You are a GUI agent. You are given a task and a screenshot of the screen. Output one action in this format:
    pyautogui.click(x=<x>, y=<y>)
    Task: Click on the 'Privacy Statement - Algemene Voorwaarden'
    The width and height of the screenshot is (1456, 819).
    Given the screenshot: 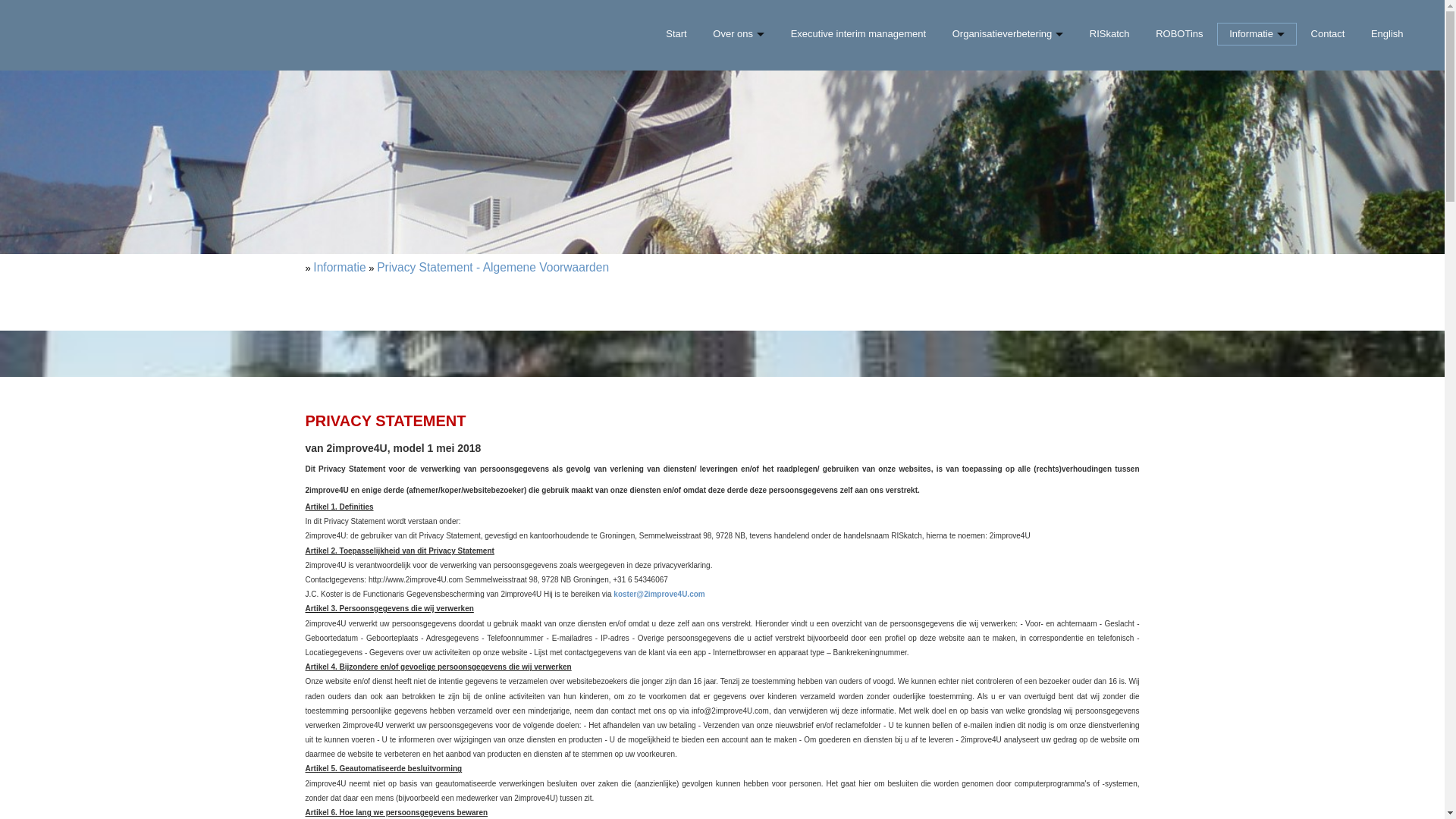 What is the action you would take?
    pyautogui.click(x=492, y=266)
    